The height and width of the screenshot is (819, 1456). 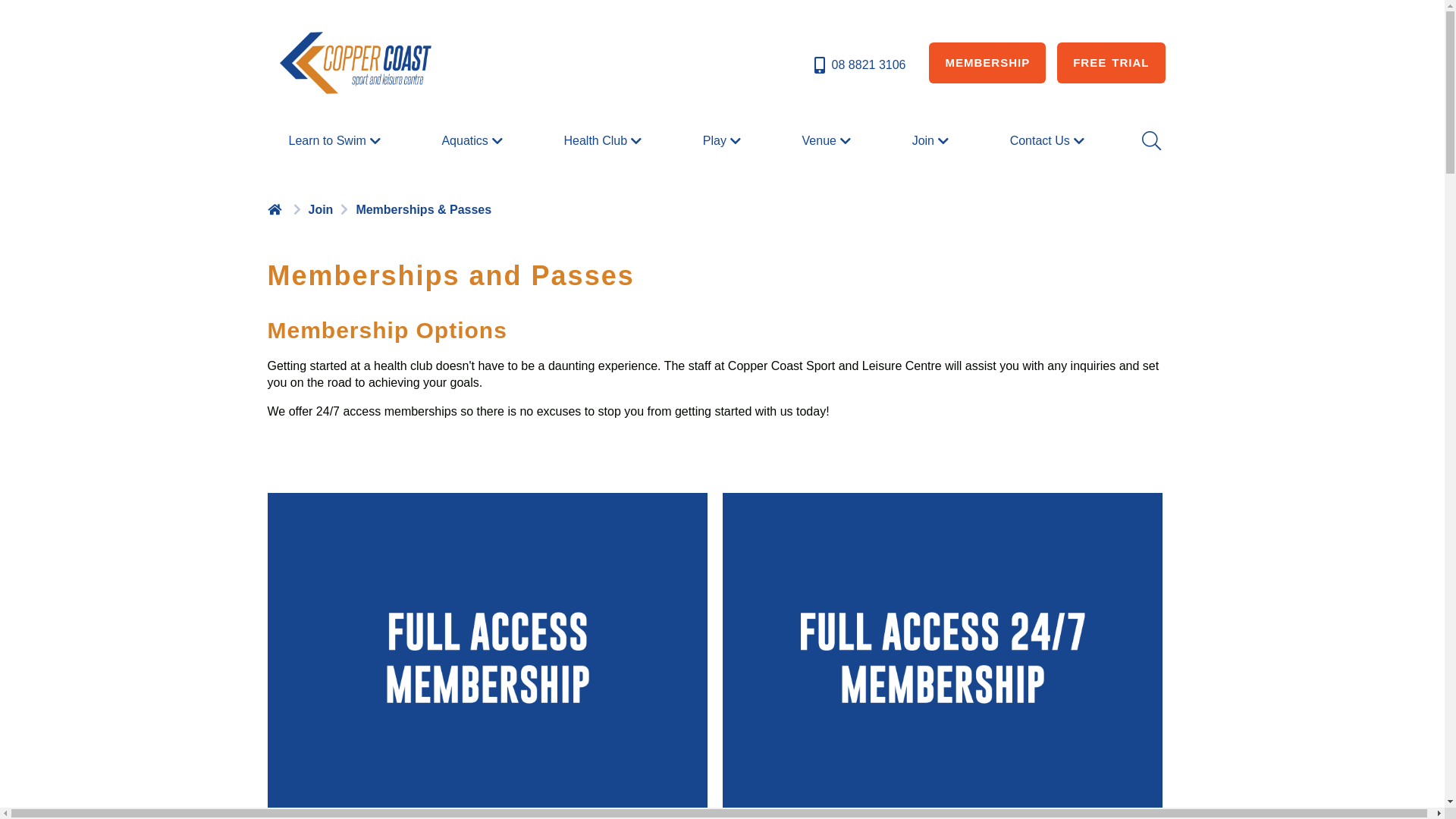 What do you see at coordinates (1150, 140) in the screenshot?
I see `'Search'` at bounding box center [1150, 140].